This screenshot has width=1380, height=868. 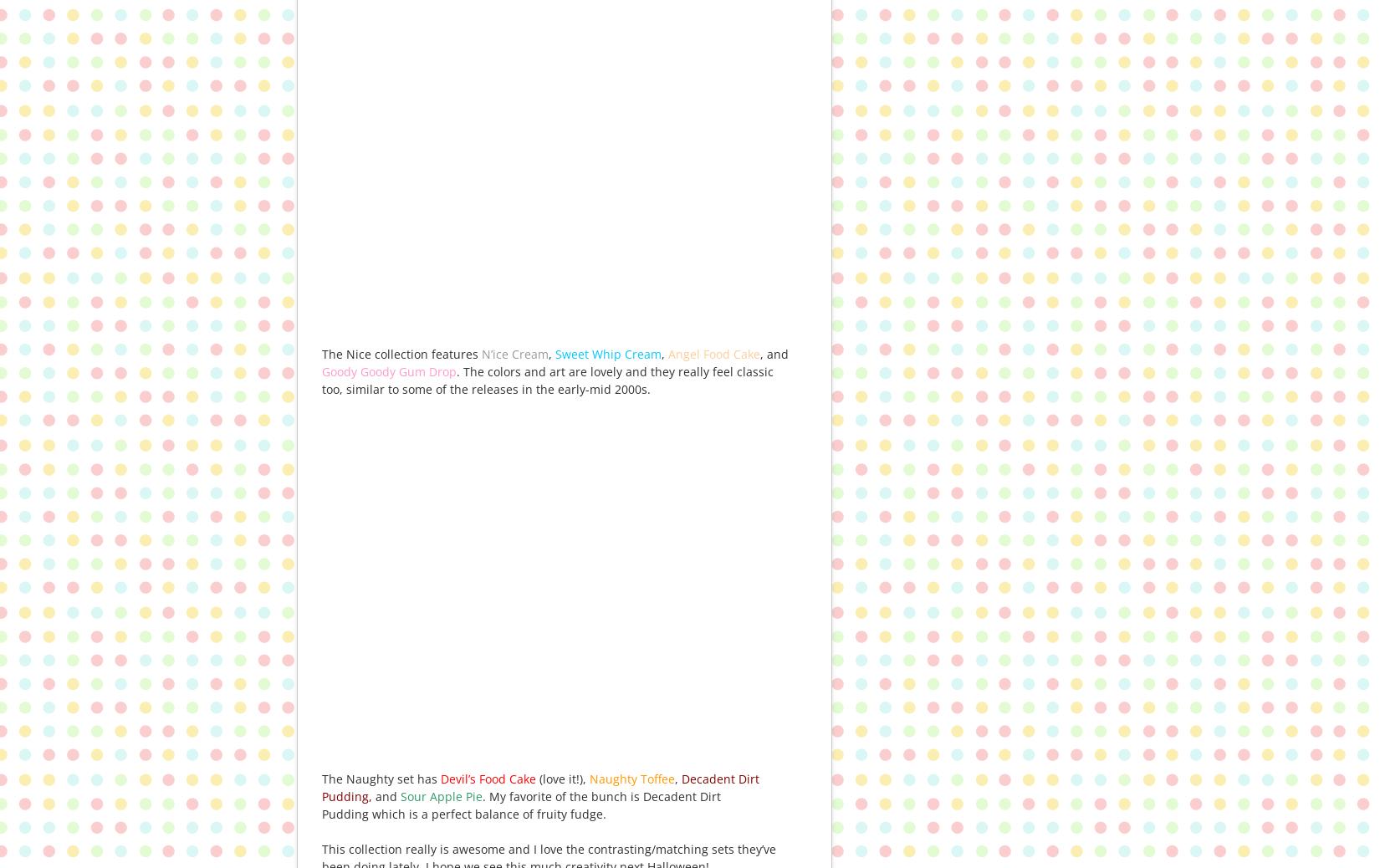 What do you see at coordinates (381, 779) in the screenshot?
I see `'The Naughty set has'` at bounding box center [381, 779].